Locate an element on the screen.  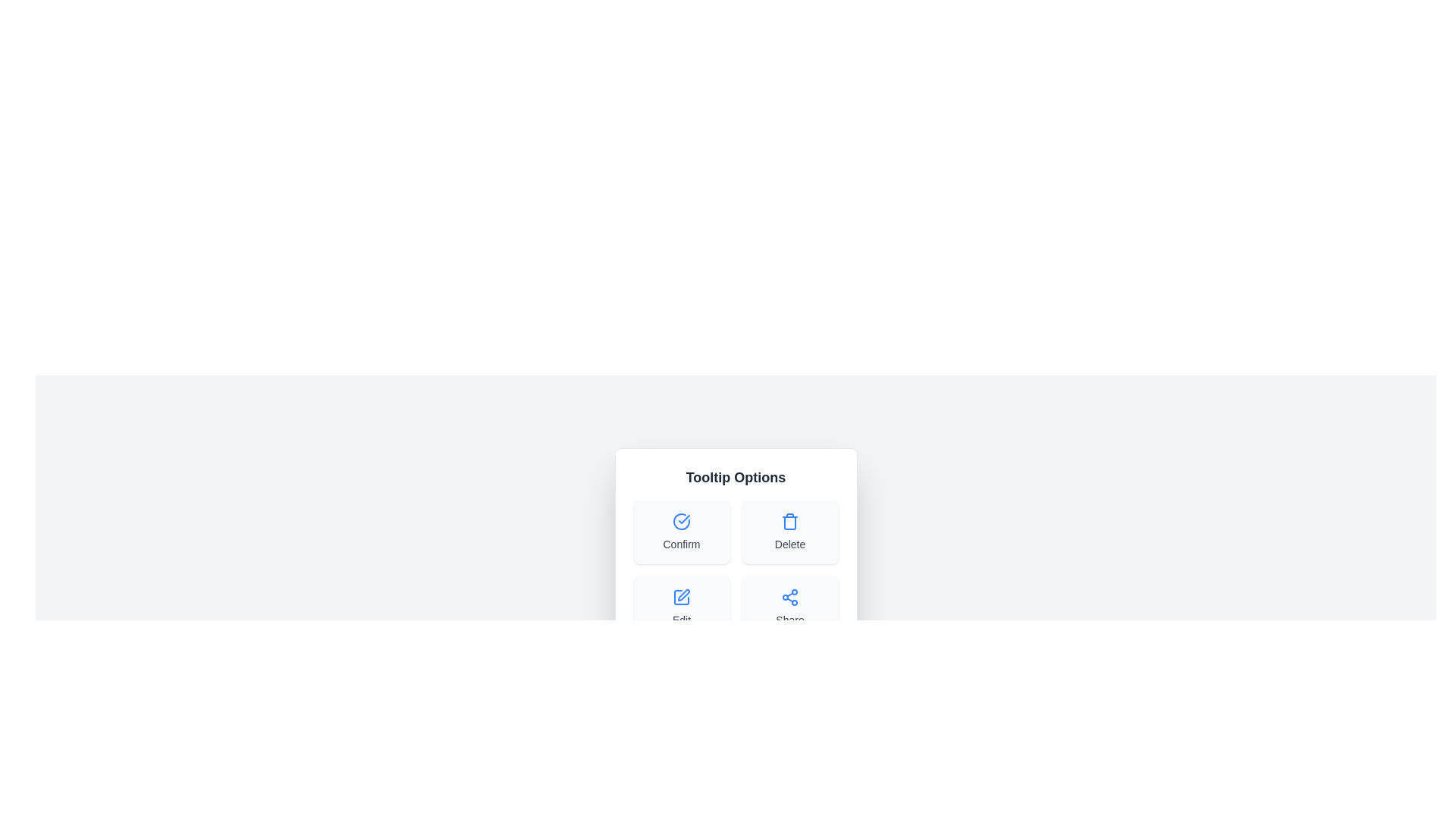
text label displaying 'Tooltip Options' which is positioned at the top of a white panel containing multiple buttons below is located at coordinates (736, 476).